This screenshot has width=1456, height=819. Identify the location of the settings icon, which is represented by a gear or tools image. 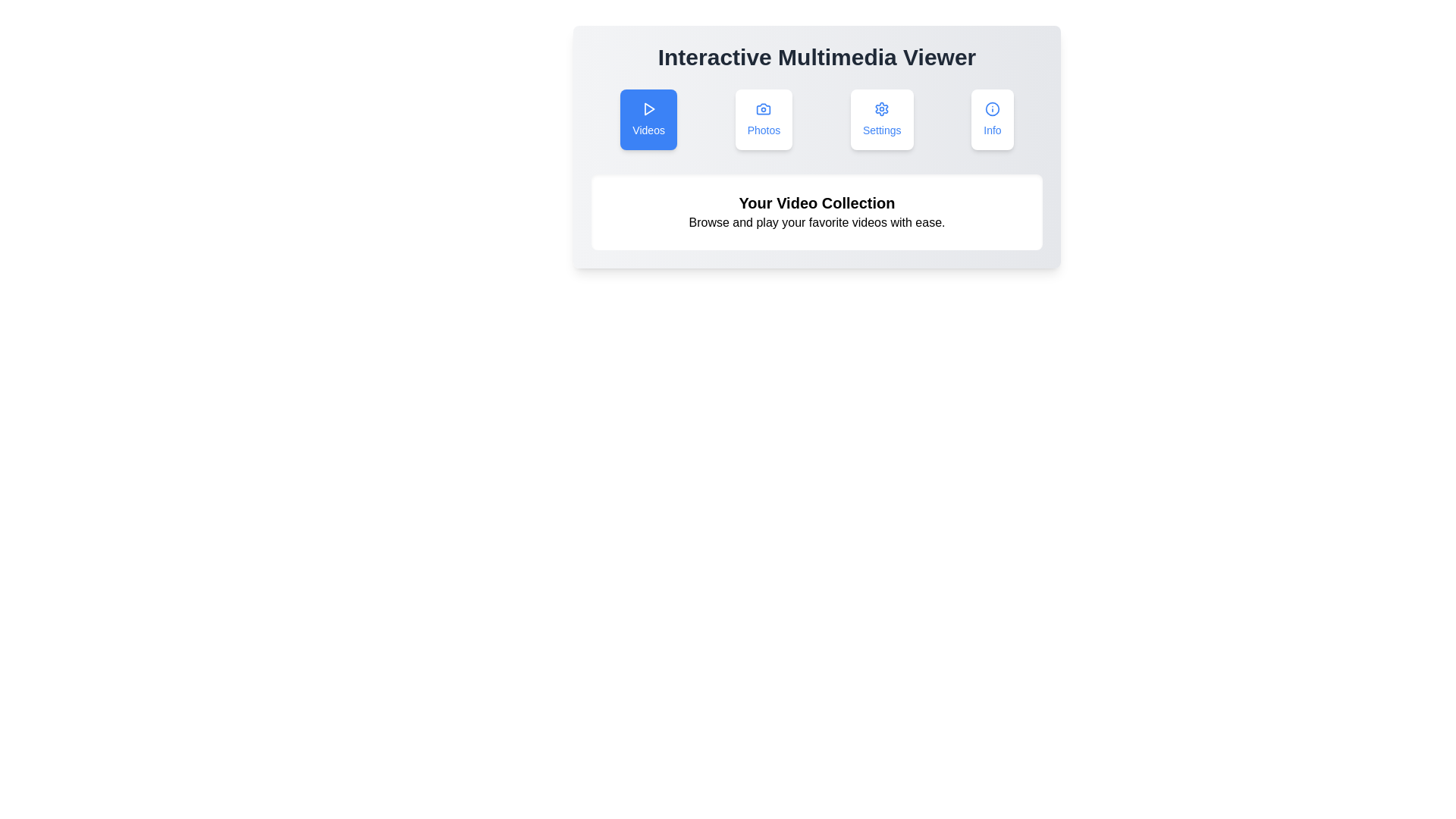
(882, 108).